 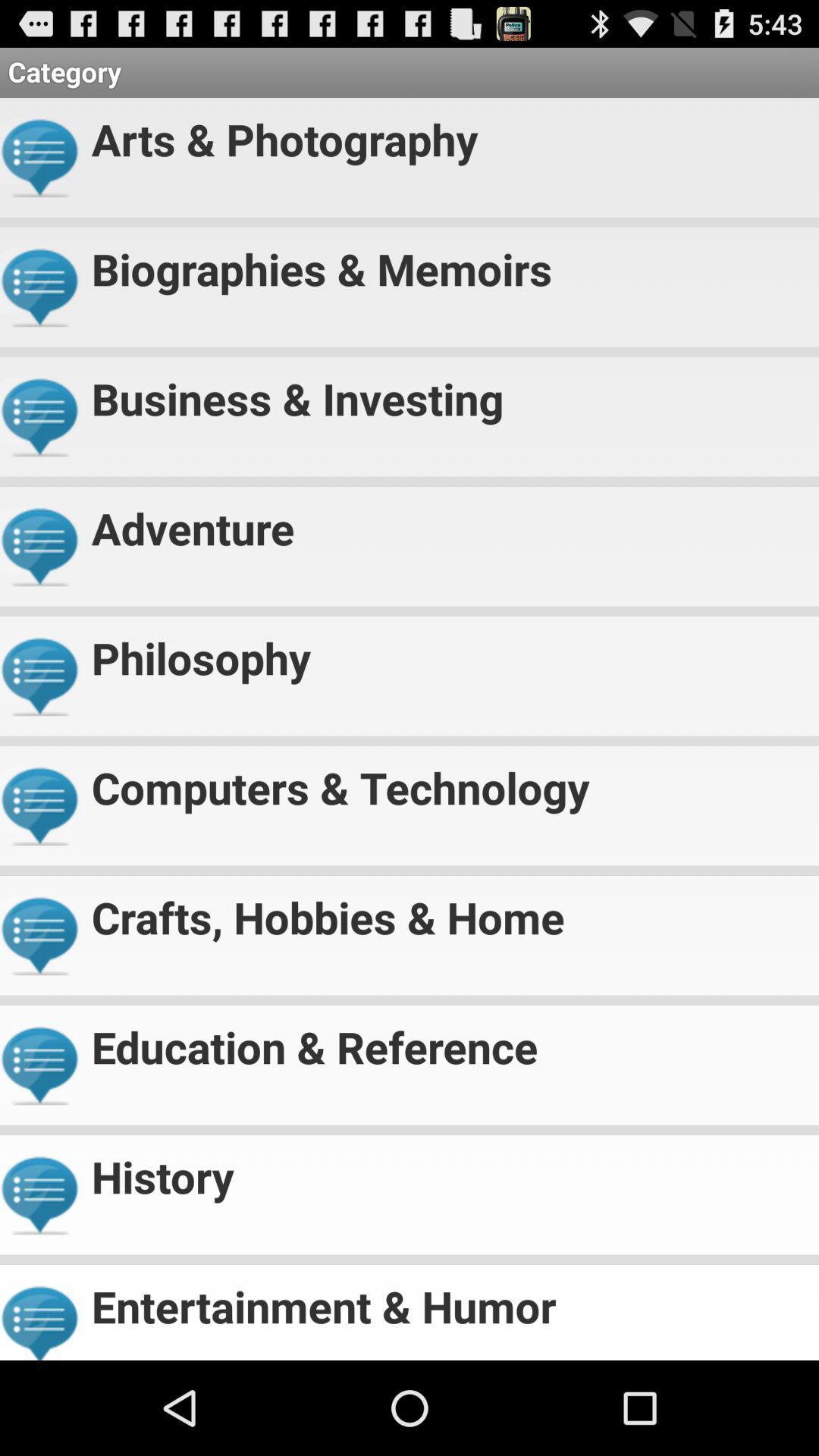 What do you see at coordinates (448, 781) in the screenshot?
I see `the computers & technology icon` at bounding box center [448, 781].